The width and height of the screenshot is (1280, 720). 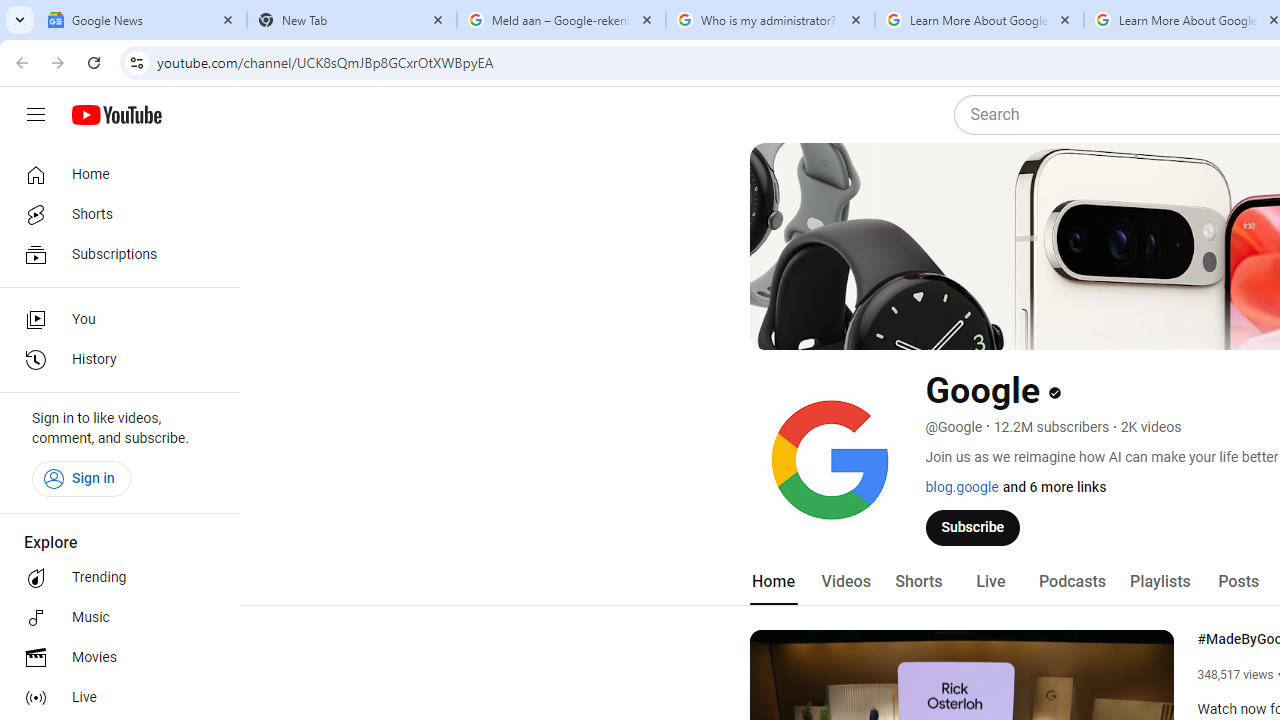 I want to click on 'YouTube Home', so click(x=115, y=115).